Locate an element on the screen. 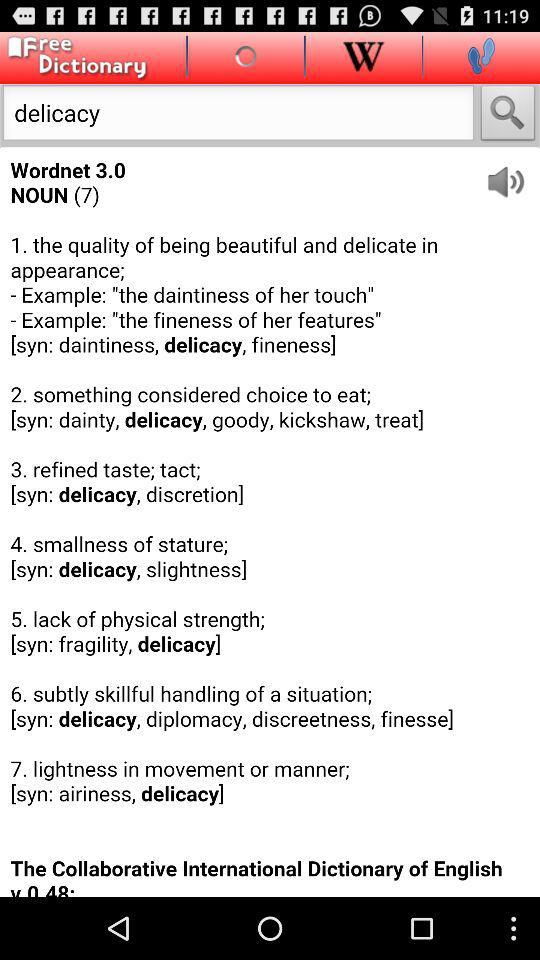 The height and width of the screenshot is (960, 540). free dictionary is located at coordinates (73, 57).